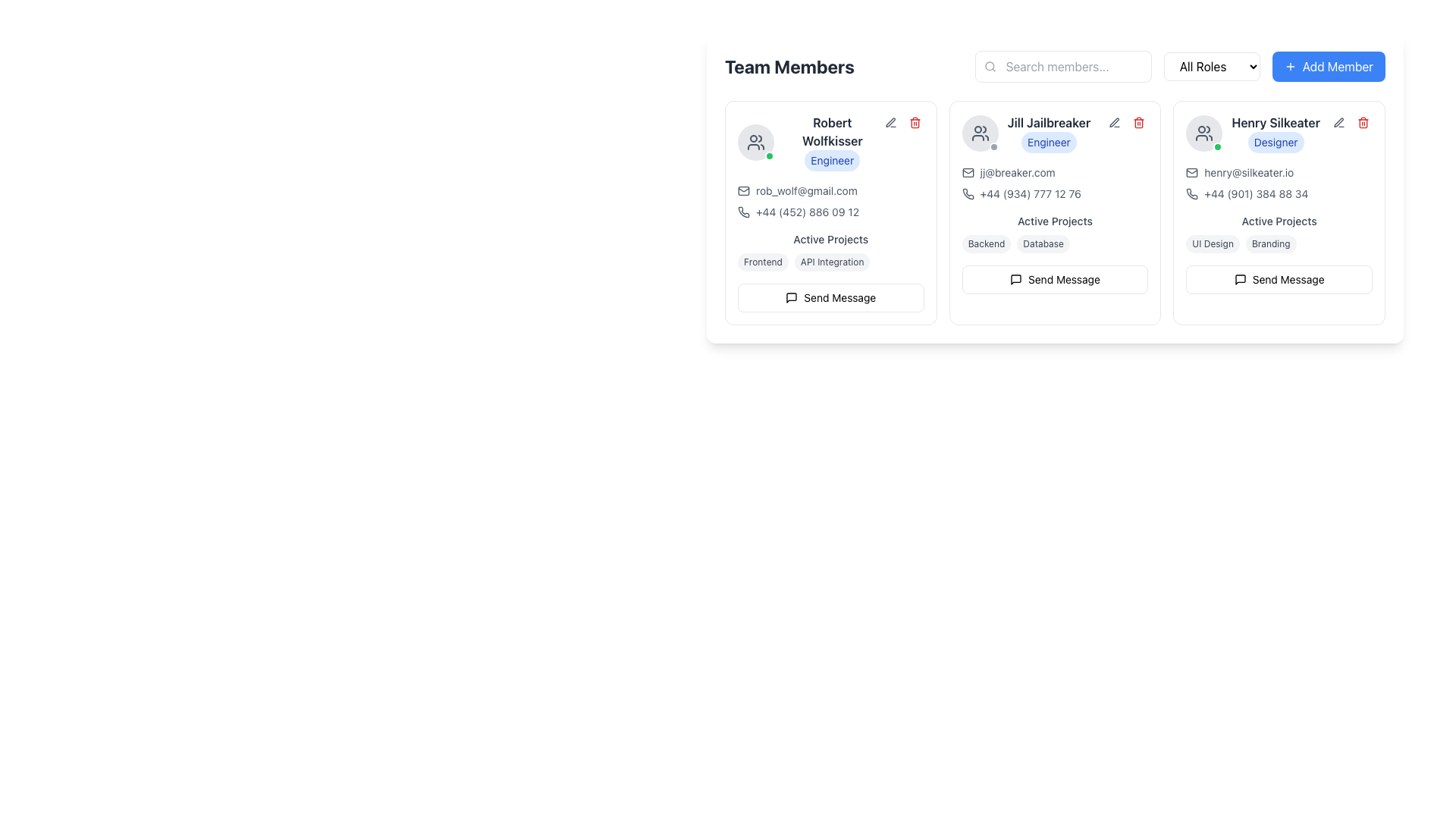  I want to click on the clickable email link for user 'Jill Jailbreaker', so click(1018, 171).